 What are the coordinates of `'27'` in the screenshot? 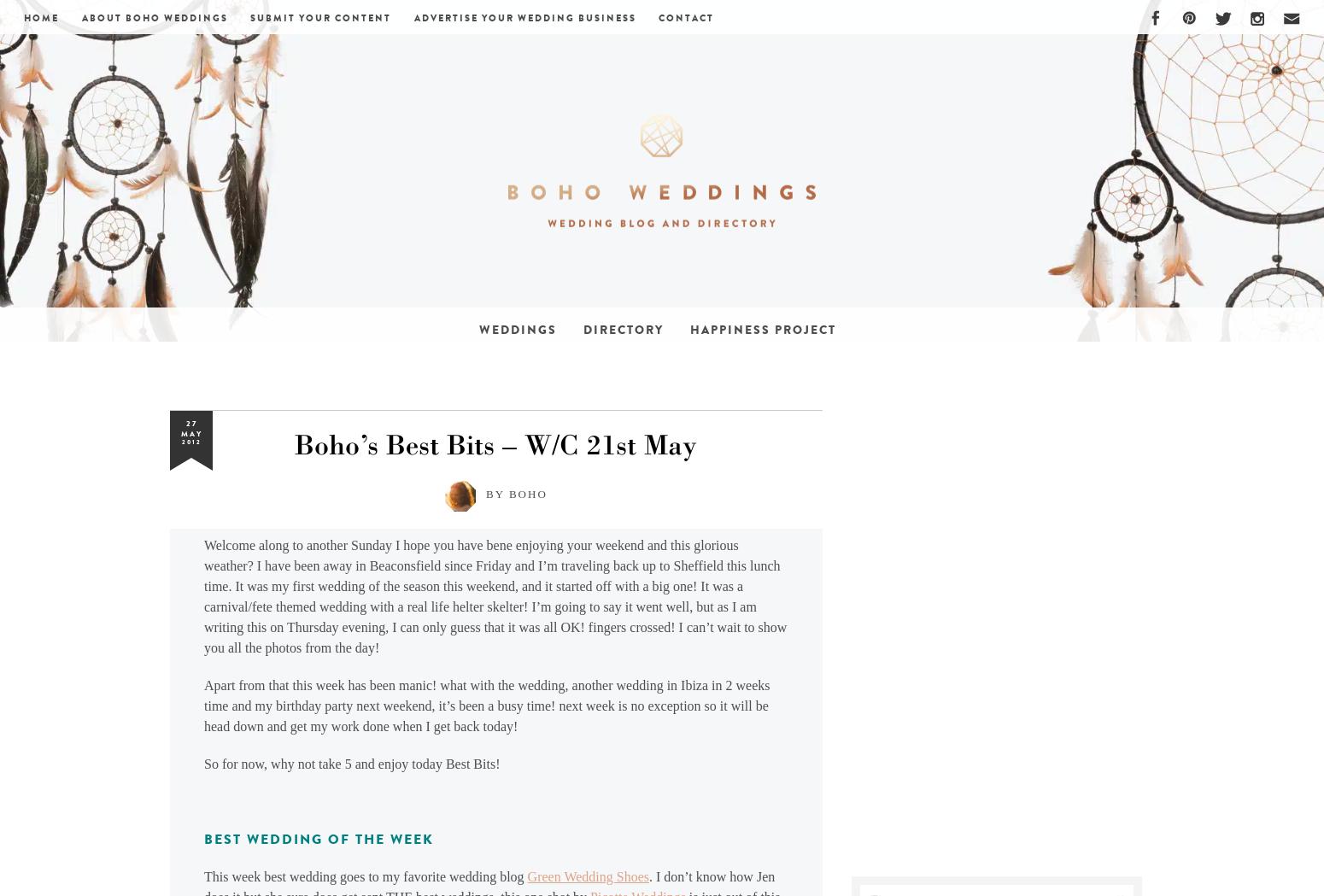 It's located at (190, 422).